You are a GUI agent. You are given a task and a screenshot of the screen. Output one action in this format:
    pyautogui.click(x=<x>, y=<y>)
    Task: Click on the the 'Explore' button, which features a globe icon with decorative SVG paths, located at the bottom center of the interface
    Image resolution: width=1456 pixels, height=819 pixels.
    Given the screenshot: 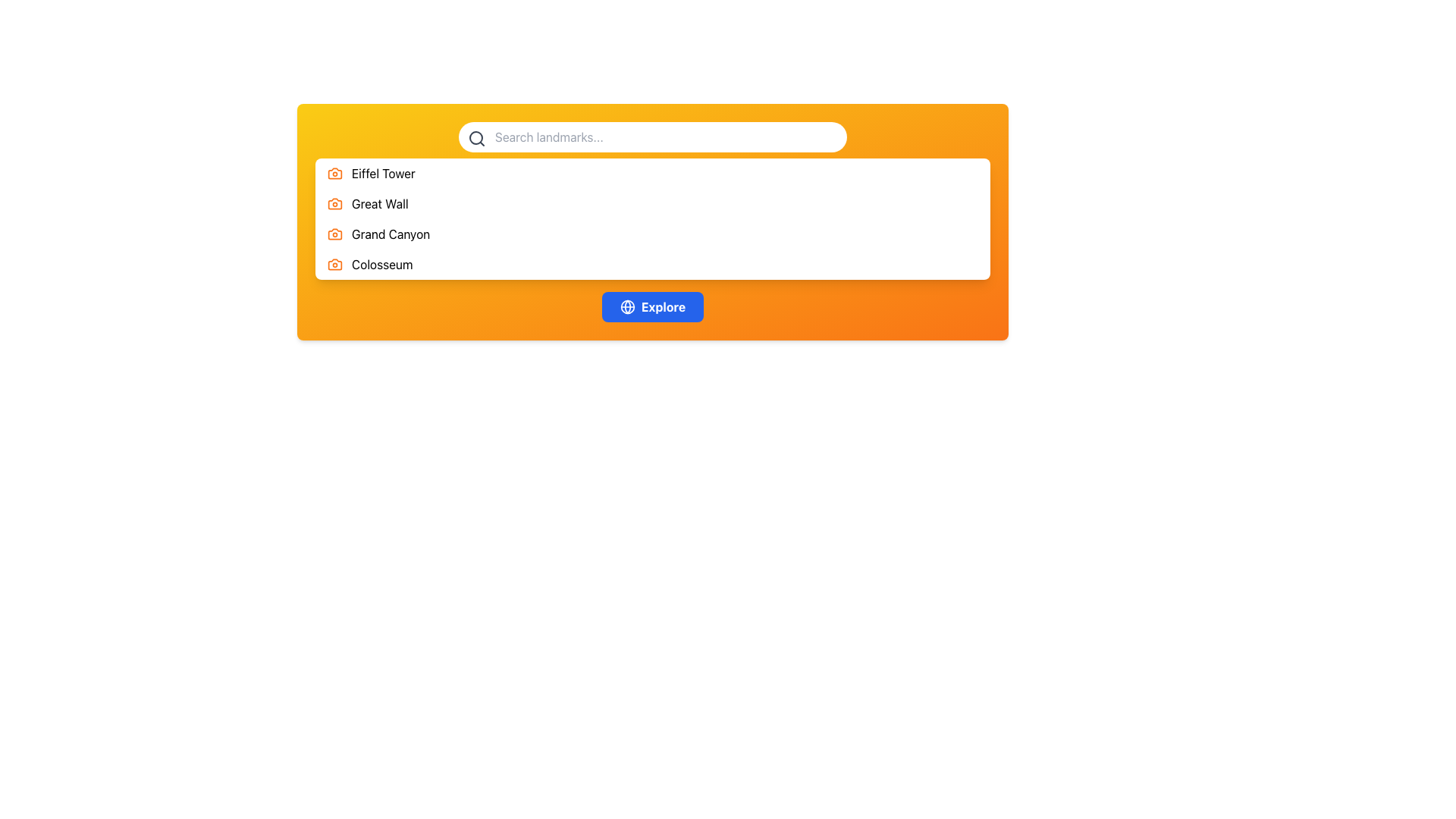 What is the action you would take?
    pyautogui.click(x=627, y=307)
    